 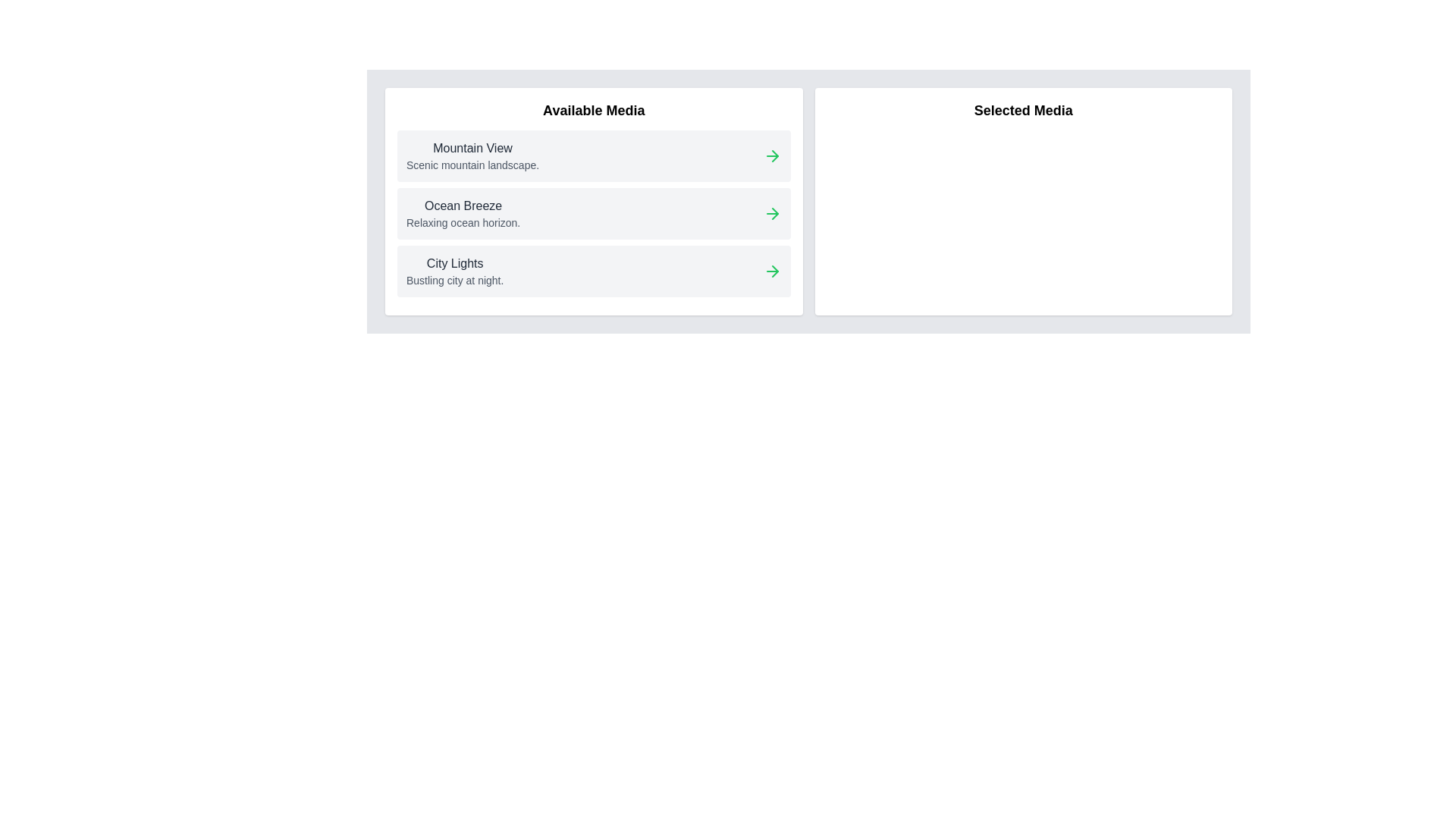 What do you see at coordinates (772, 271) in the screenshot?
I see `green arrow next to the item City Lights to transfer it to the 'Selected Media' section` at bounding box center [772, 271].